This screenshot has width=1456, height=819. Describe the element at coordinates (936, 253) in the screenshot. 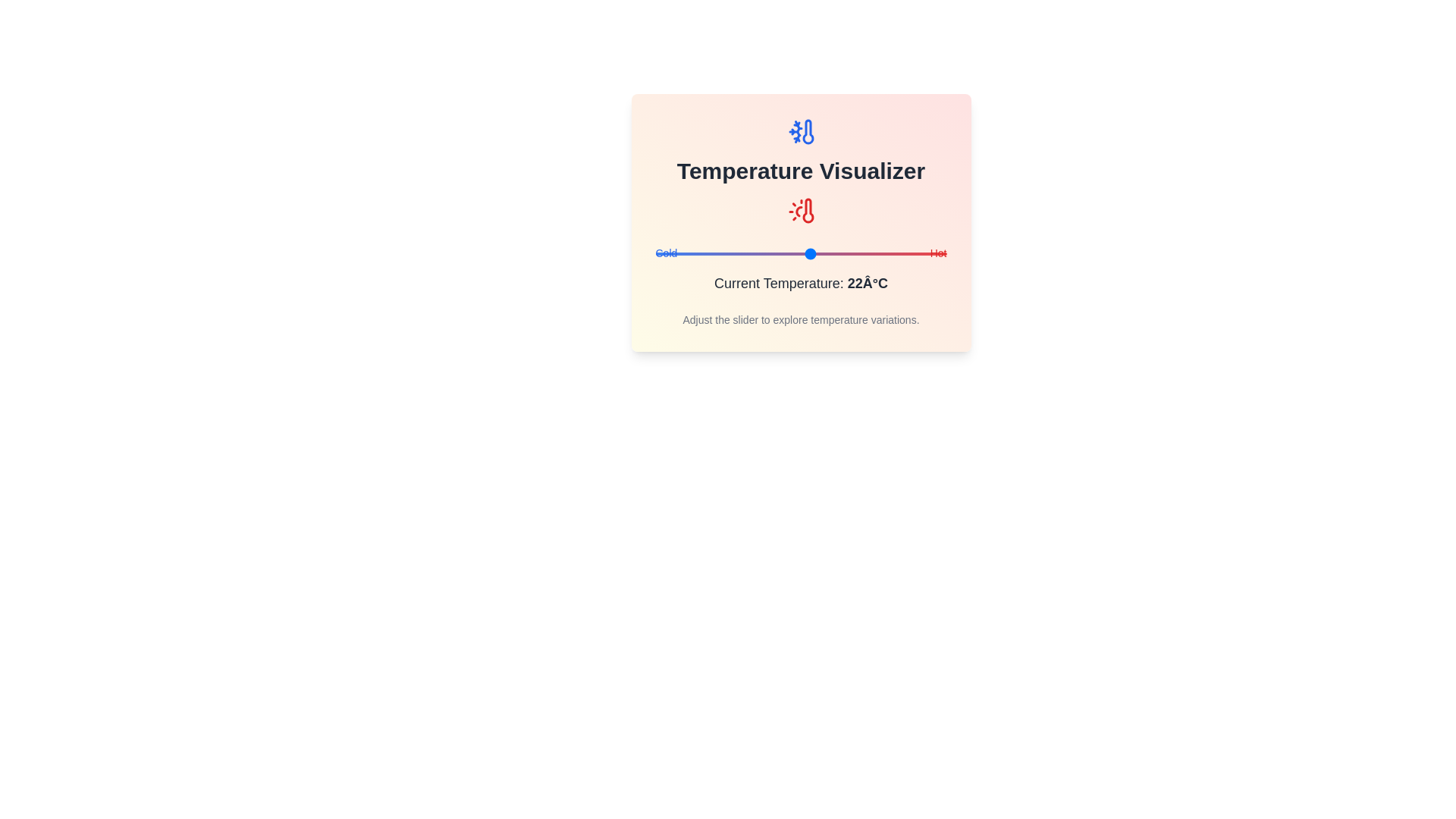

I see `the slider to set the temperature to 48°C` at that location.